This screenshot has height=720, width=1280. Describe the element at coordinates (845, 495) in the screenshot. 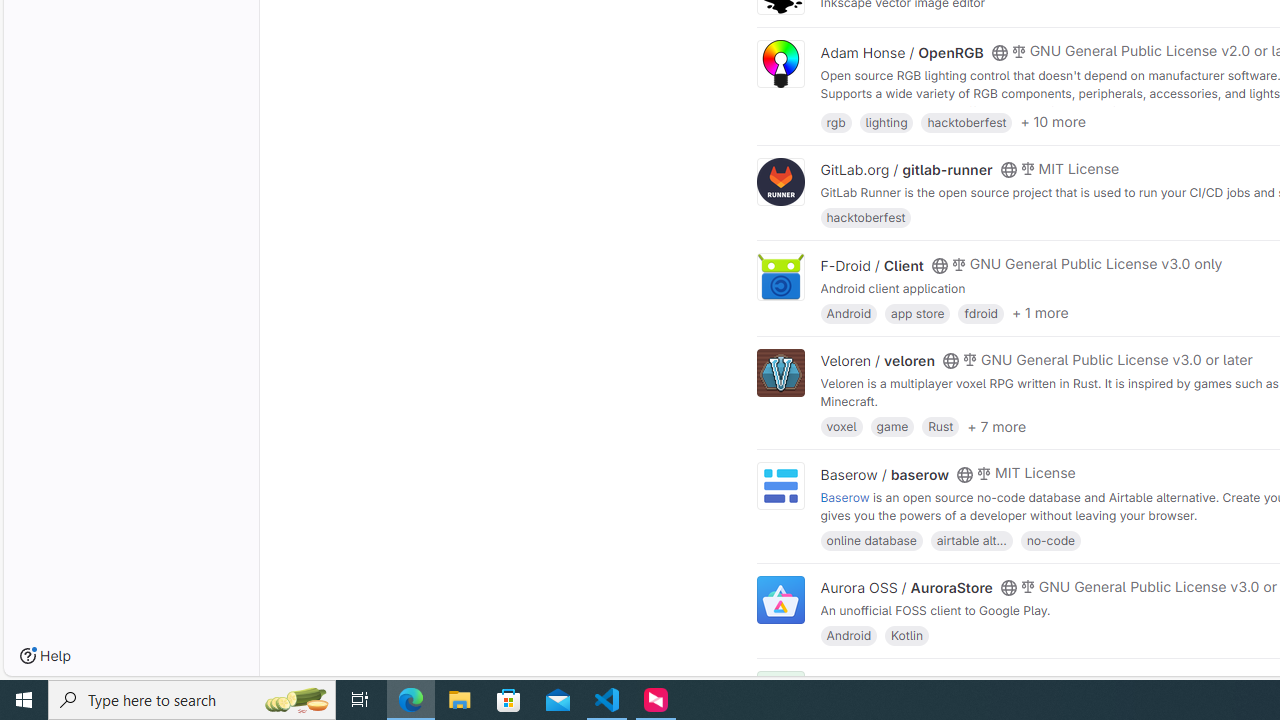

I see `'Baserow'` at that location.